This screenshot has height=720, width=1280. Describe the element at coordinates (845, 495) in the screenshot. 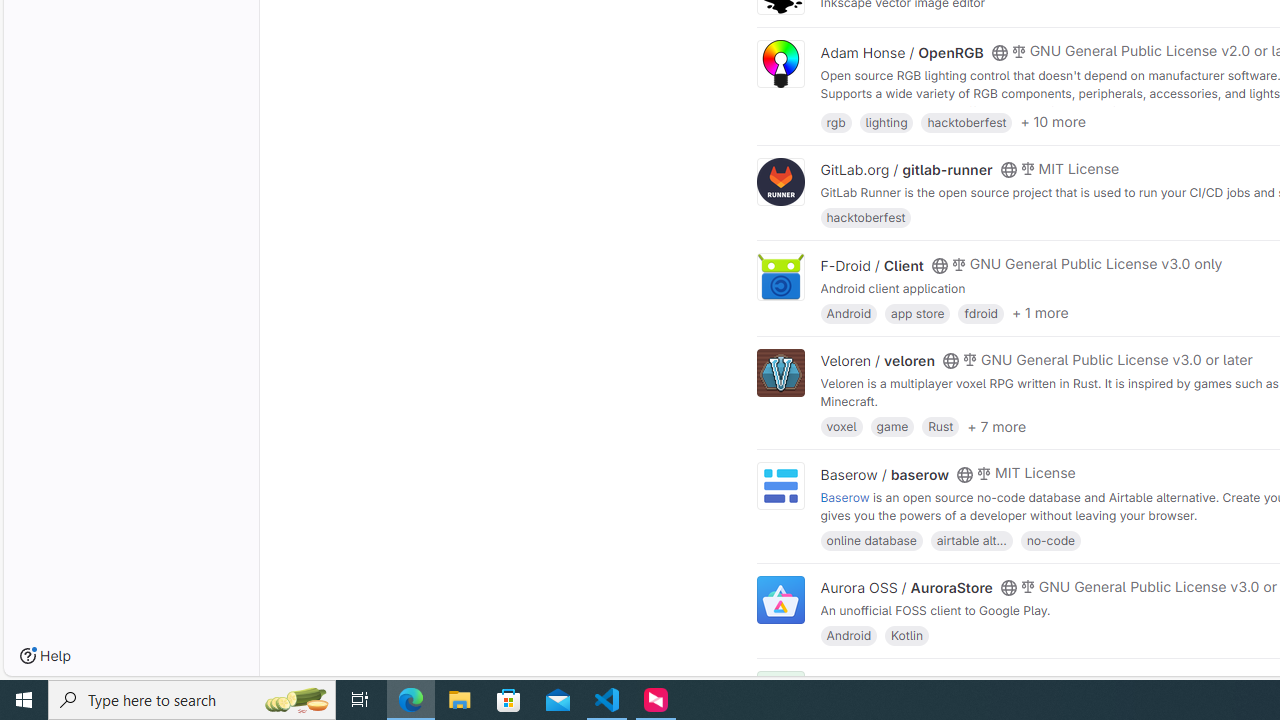

I see `'Baserow'` at that location.